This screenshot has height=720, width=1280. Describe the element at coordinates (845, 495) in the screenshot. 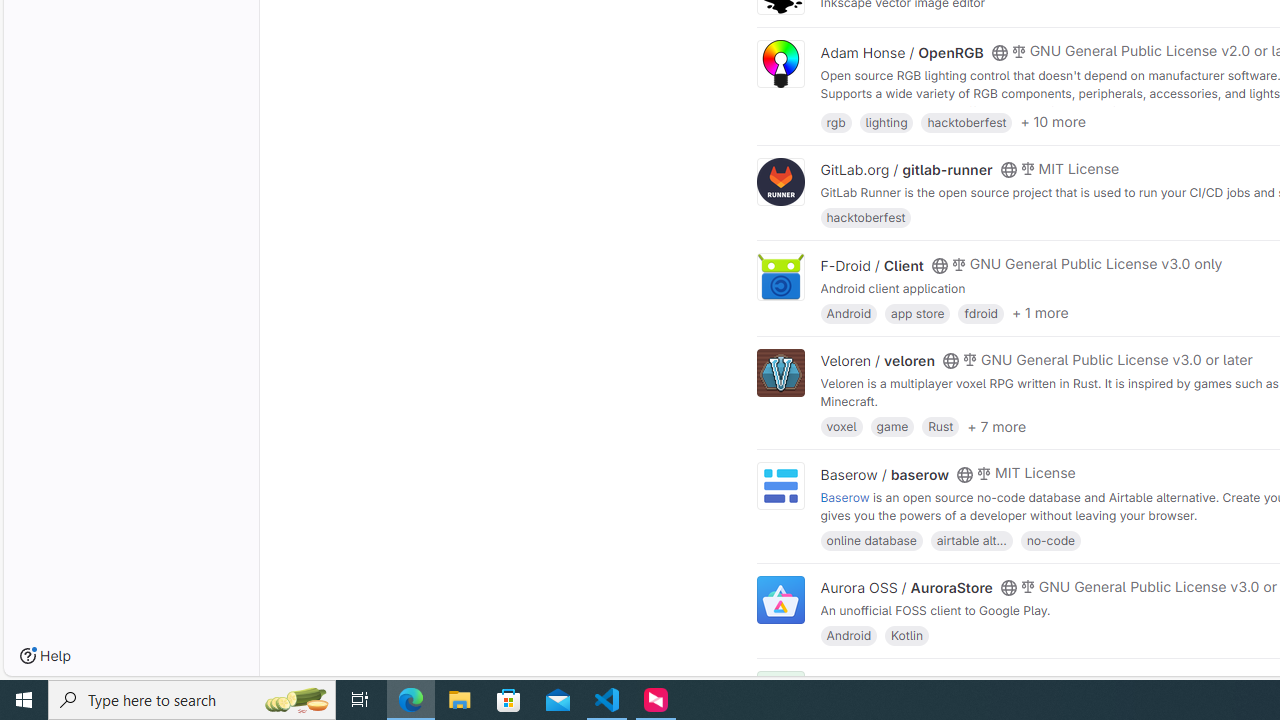

I see `'Baserow'` at that location.